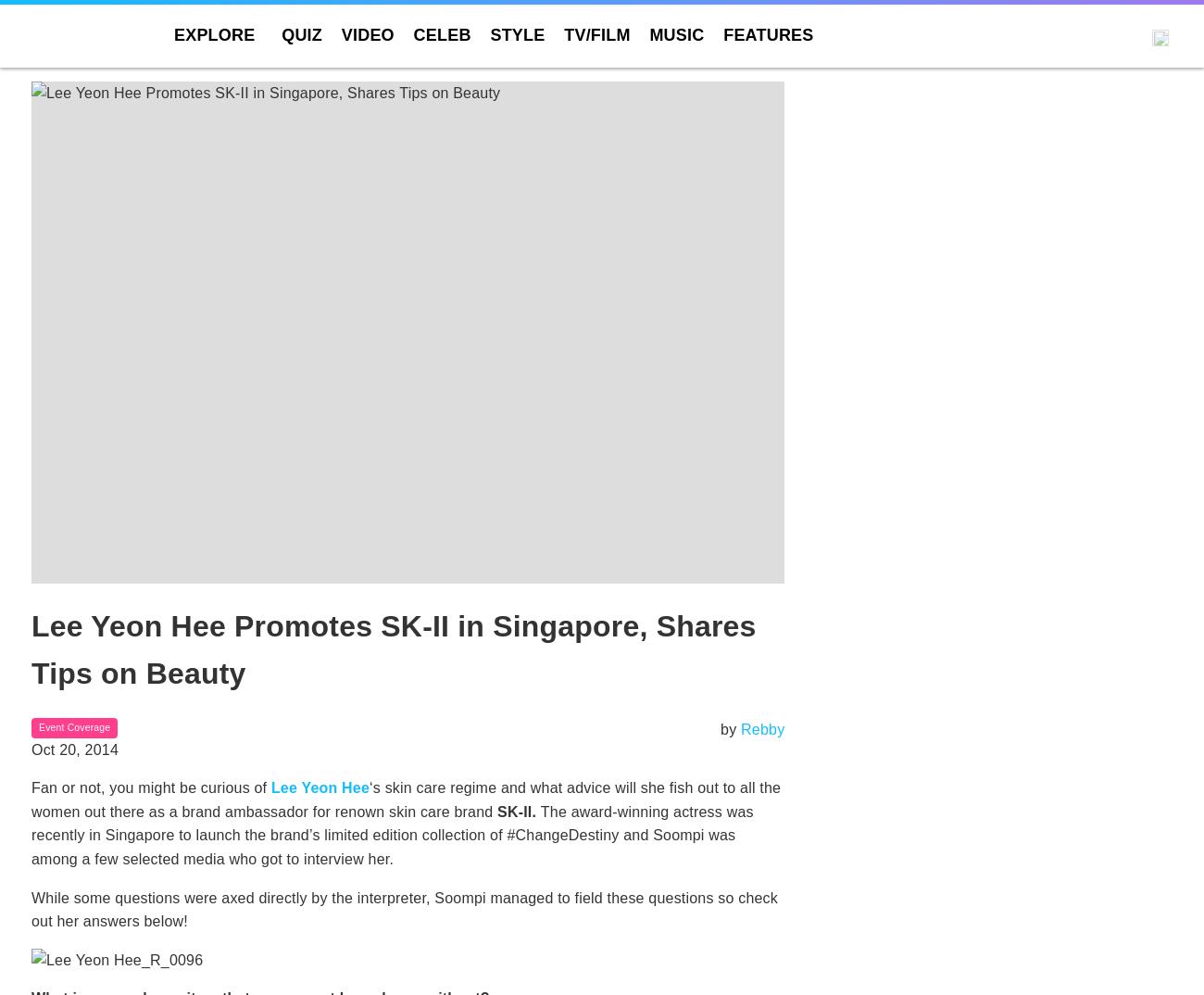 The width and height of the screenshot is (1204, 995). I want to click on 'Quiz', so click(281, 34).